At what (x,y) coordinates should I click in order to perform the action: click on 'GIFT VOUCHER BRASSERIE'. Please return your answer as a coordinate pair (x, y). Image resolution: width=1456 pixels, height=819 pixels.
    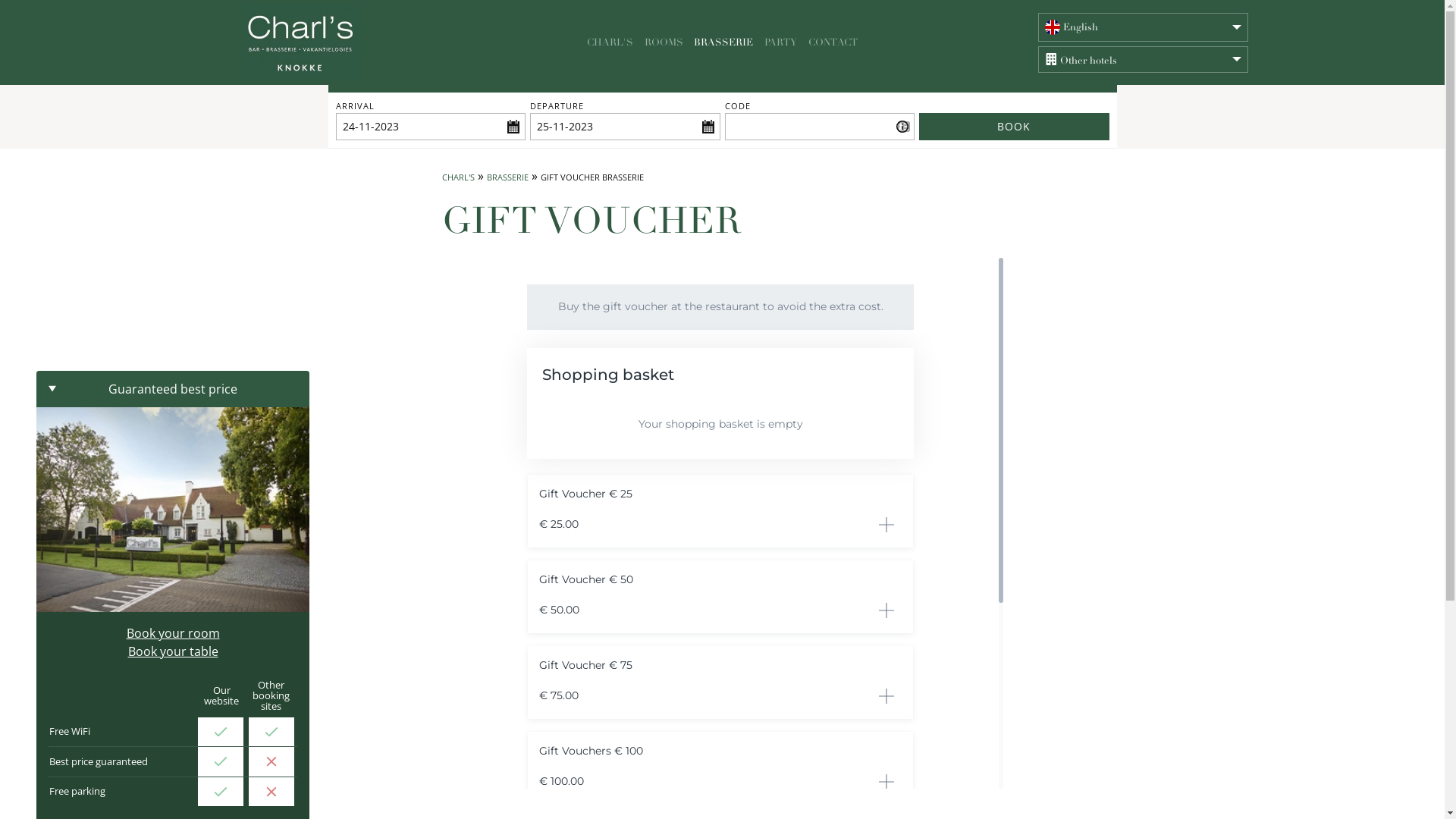
    Looking at the image, I should click on (590, 177).